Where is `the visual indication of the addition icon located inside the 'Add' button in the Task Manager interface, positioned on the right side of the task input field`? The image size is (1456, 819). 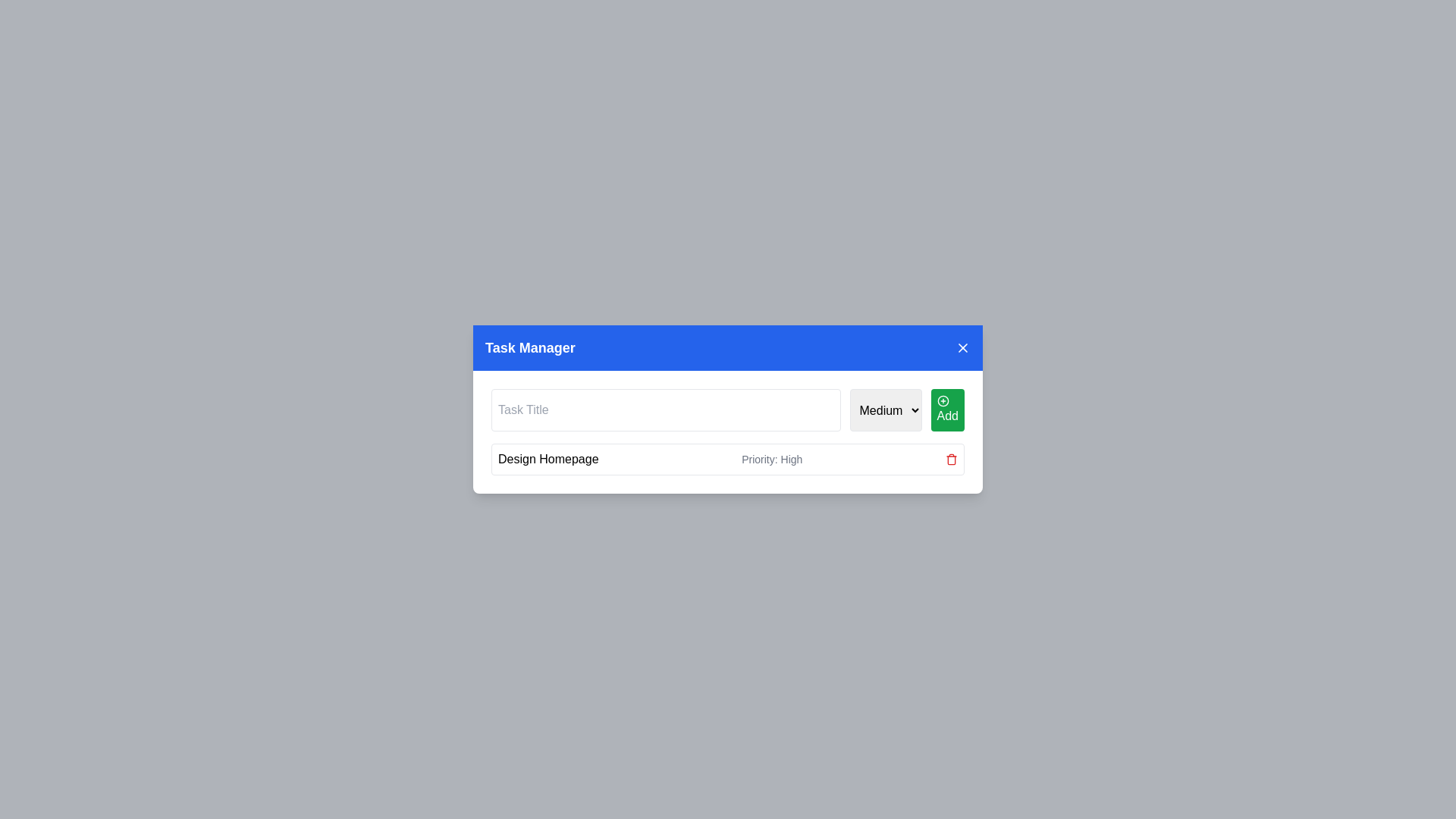
the visual indication of the addition icon located inside the 'Add' button in the Task Manager interface, positioned on the right side of the task input field is located at coordinates (942, 400).